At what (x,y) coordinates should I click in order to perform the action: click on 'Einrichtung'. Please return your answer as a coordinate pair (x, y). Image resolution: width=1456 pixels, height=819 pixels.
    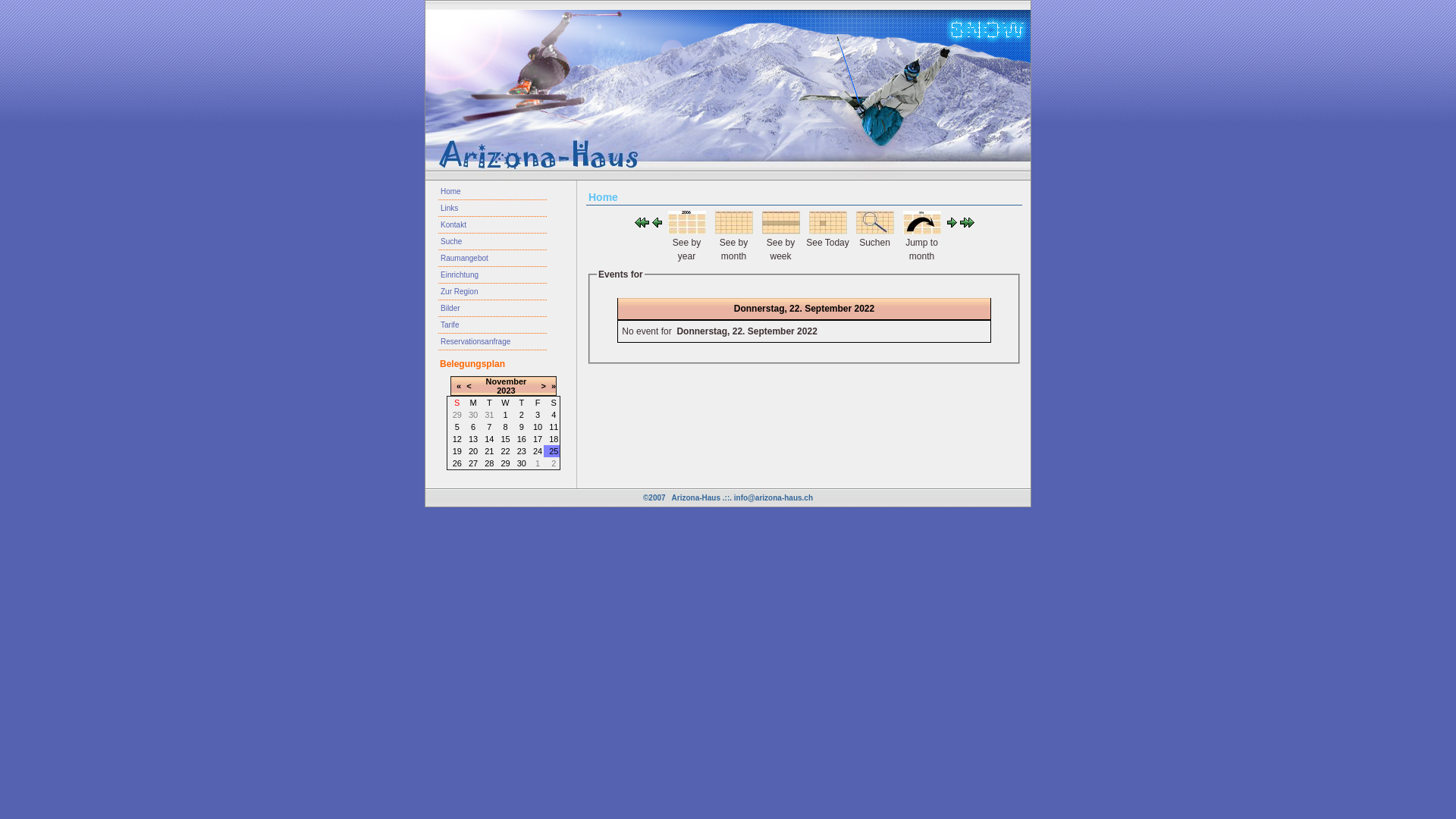
    Looking at the image, I should click on (492, 275).